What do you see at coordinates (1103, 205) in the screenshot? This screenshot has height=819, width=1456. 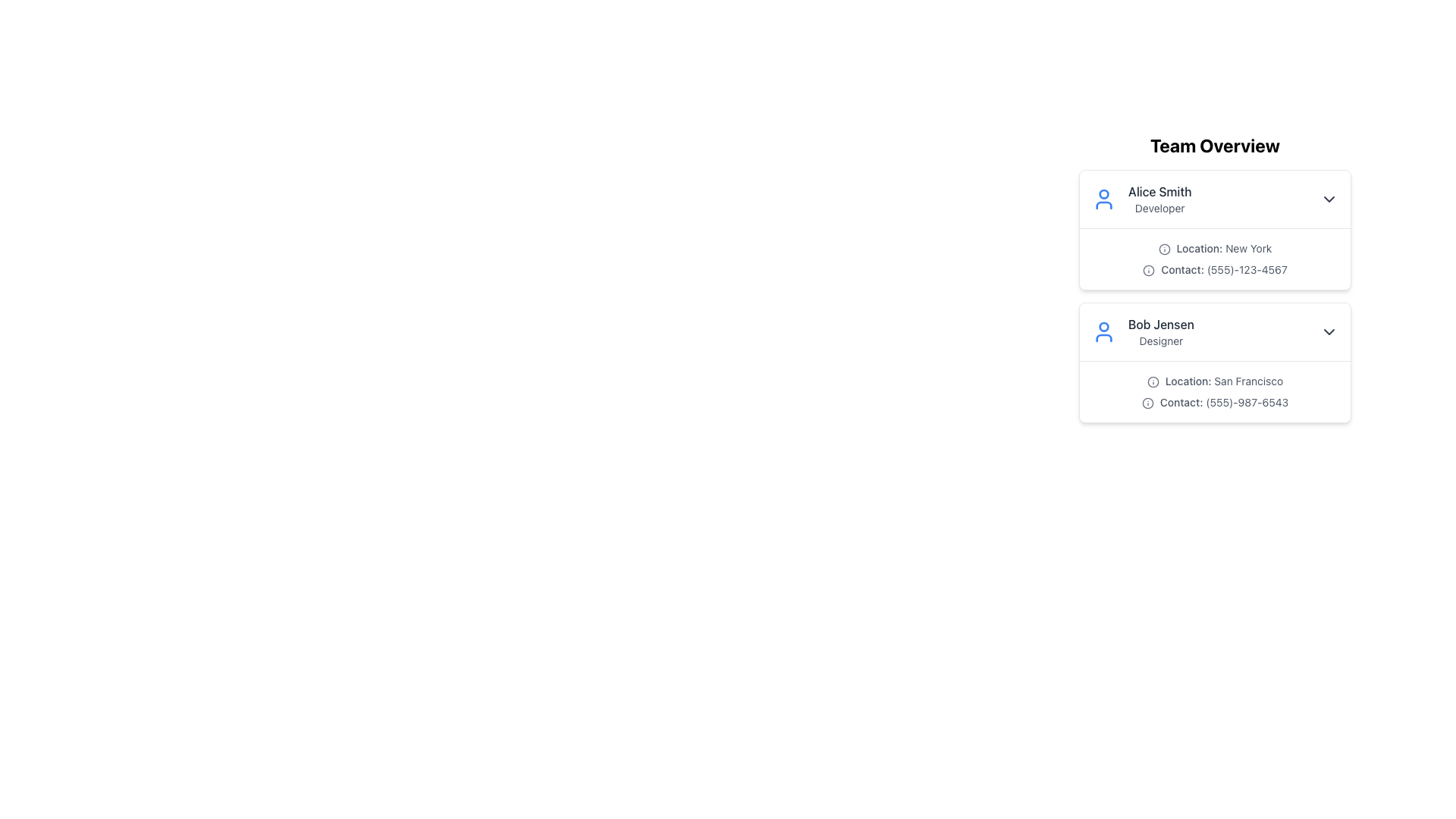 I see `the lower component of the user representation in the SVG icon, which is visually associated with the 'Alice Smith' text under 'Team Overview'` at bounding box center [1103, 205].